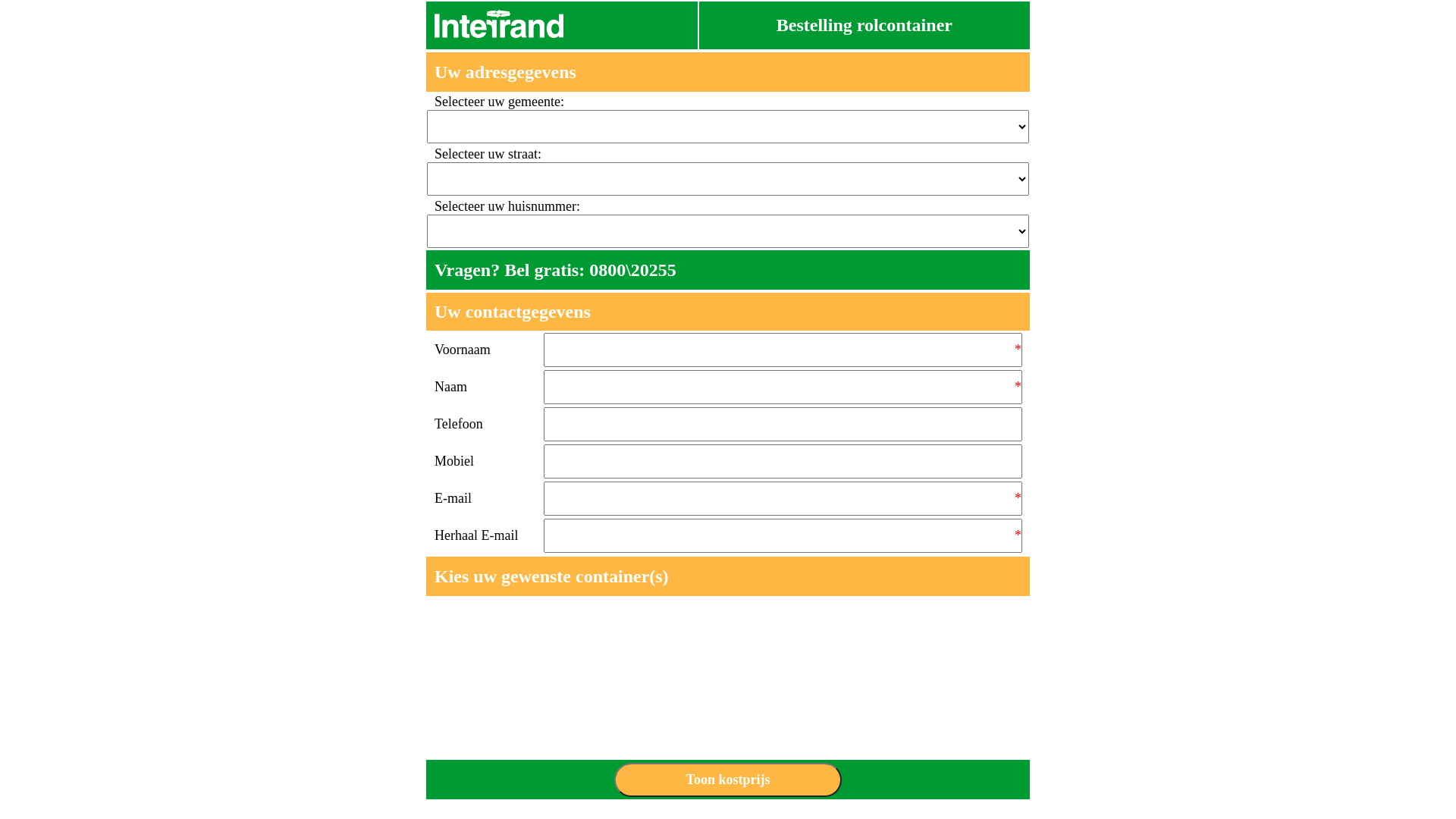  Describe the element at coordinates (728, 780) in the screenshot. I see `'Toon kostprijs'` at that location.